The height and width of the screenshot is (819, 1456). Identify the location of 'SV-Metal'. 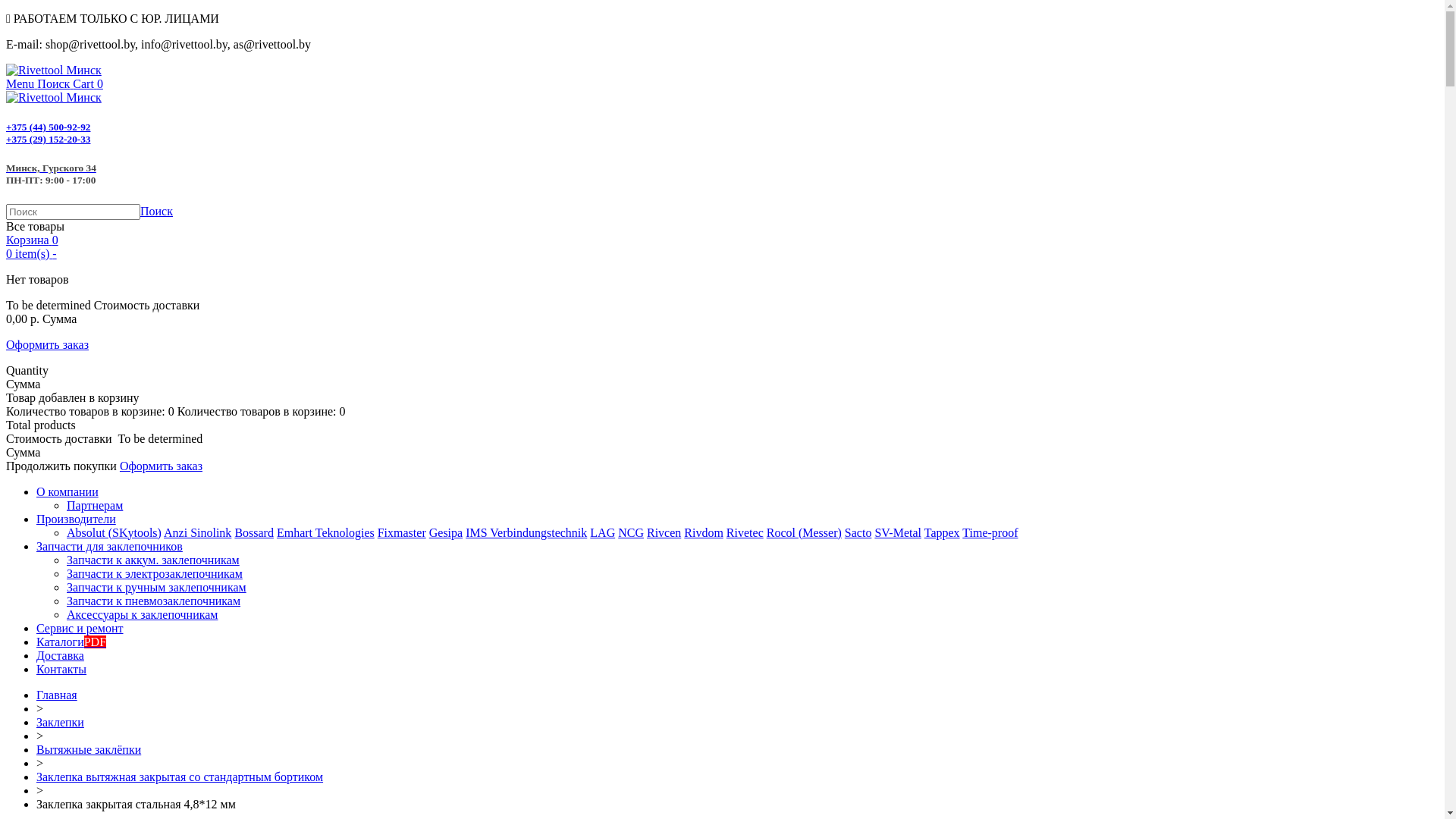
(898, 532).